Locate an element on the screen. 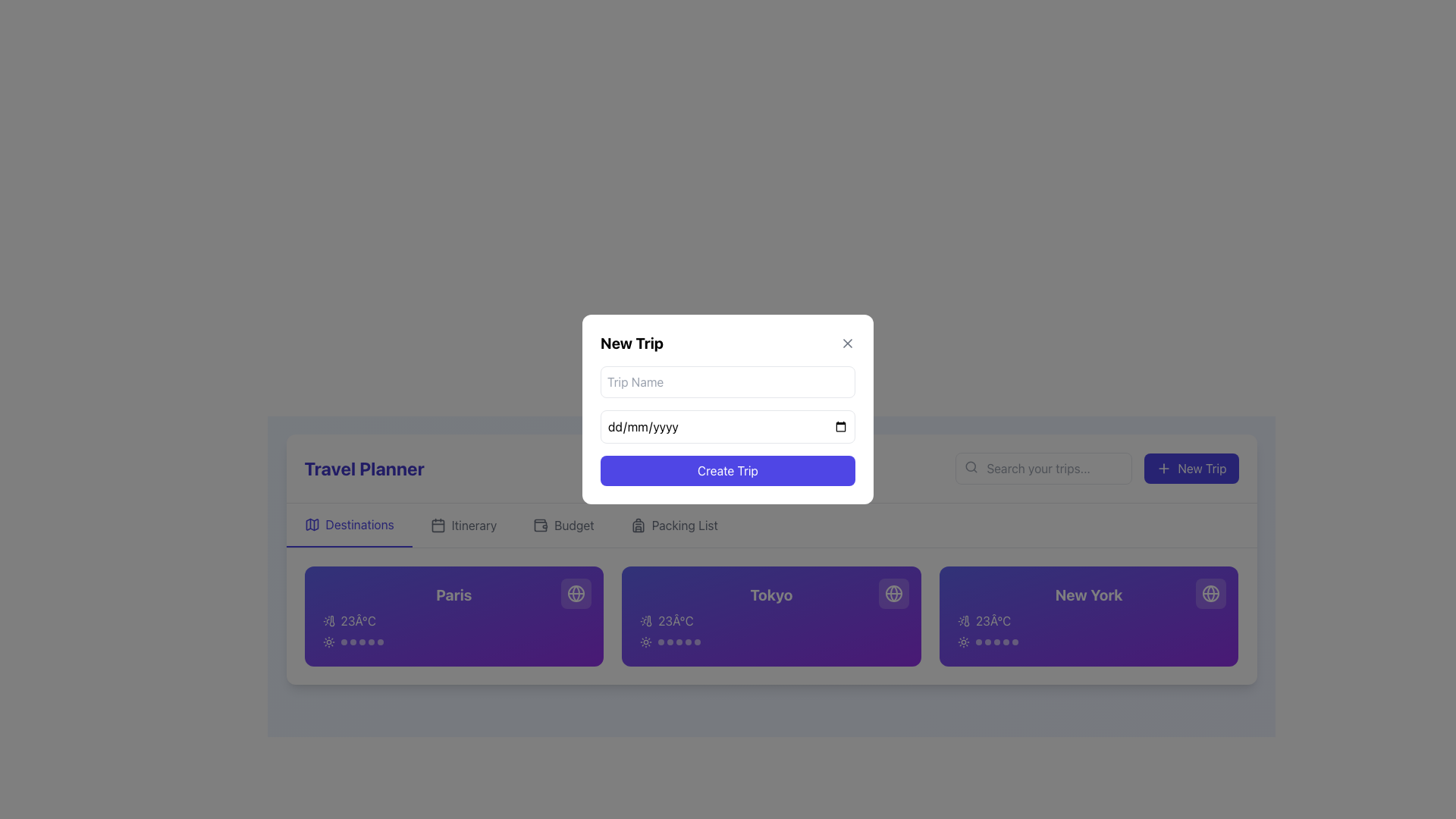 This screenshot has height=819, width=1456. the 'Budget' text label in the navigation menu is located at coordinates (573, 525).